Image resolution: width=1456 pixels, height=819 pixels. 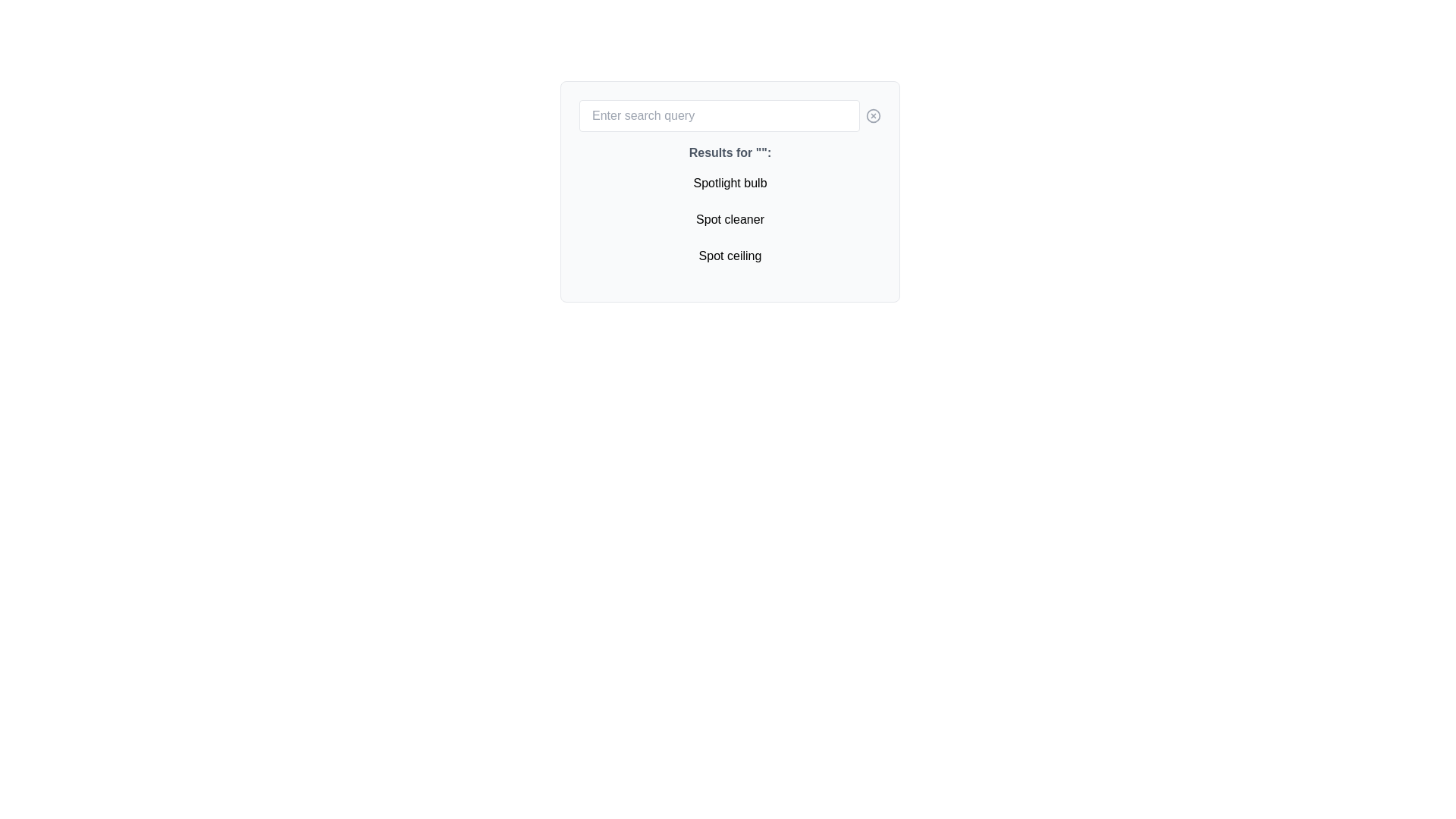 What do you see at coordinates (704, 182) in the screenshot?
I see `the character 'p' in the text 'Spotlight bulb', which is the third character in the sequence, located after 'S' and before 'o'` at bounding box center [704, 182].